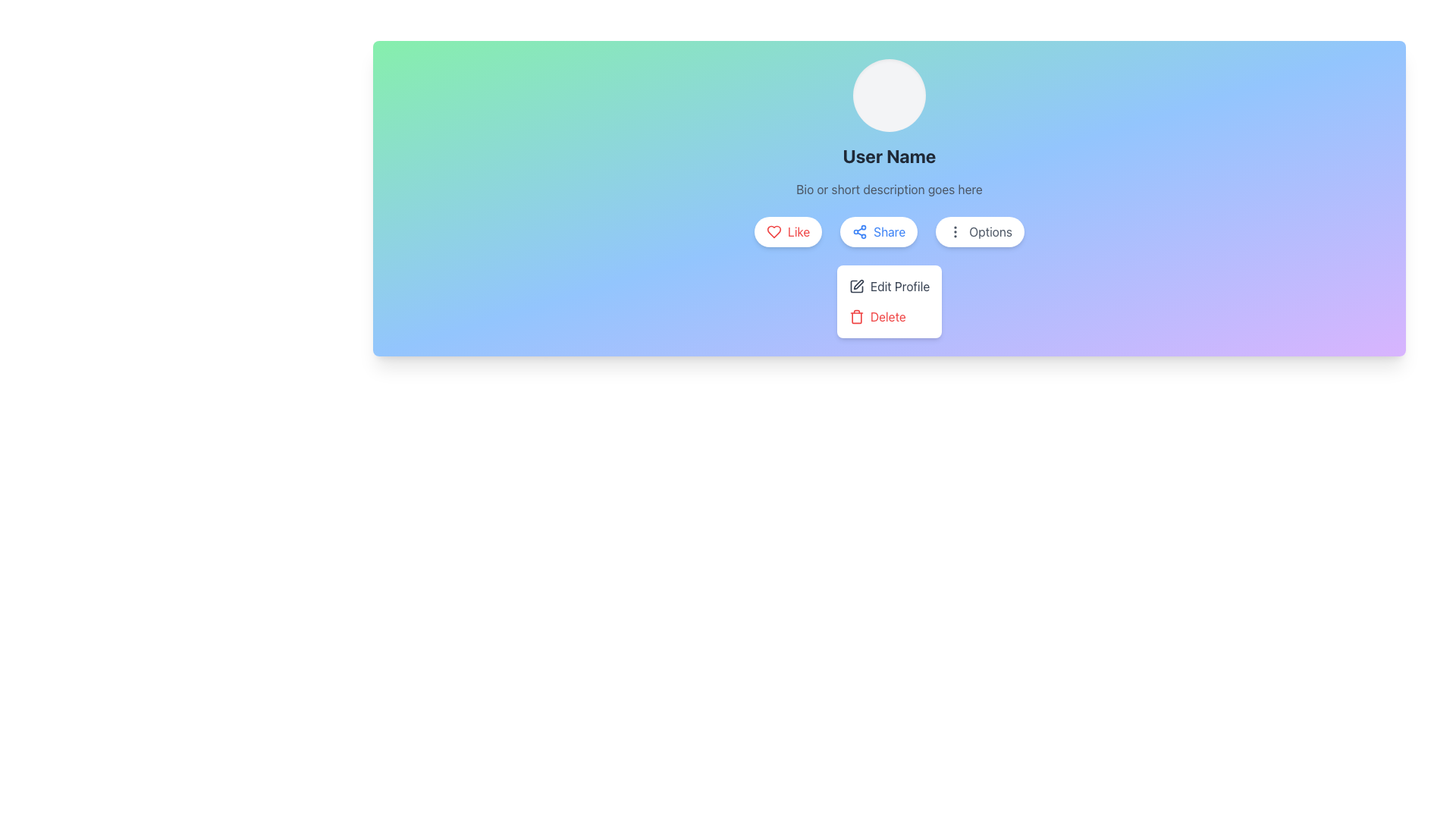 The height and width of the screenshot is (819, 1456). I want to click on the third button in a series of options, which opens a dropdown or menu with additional actions, so click(980, 231).